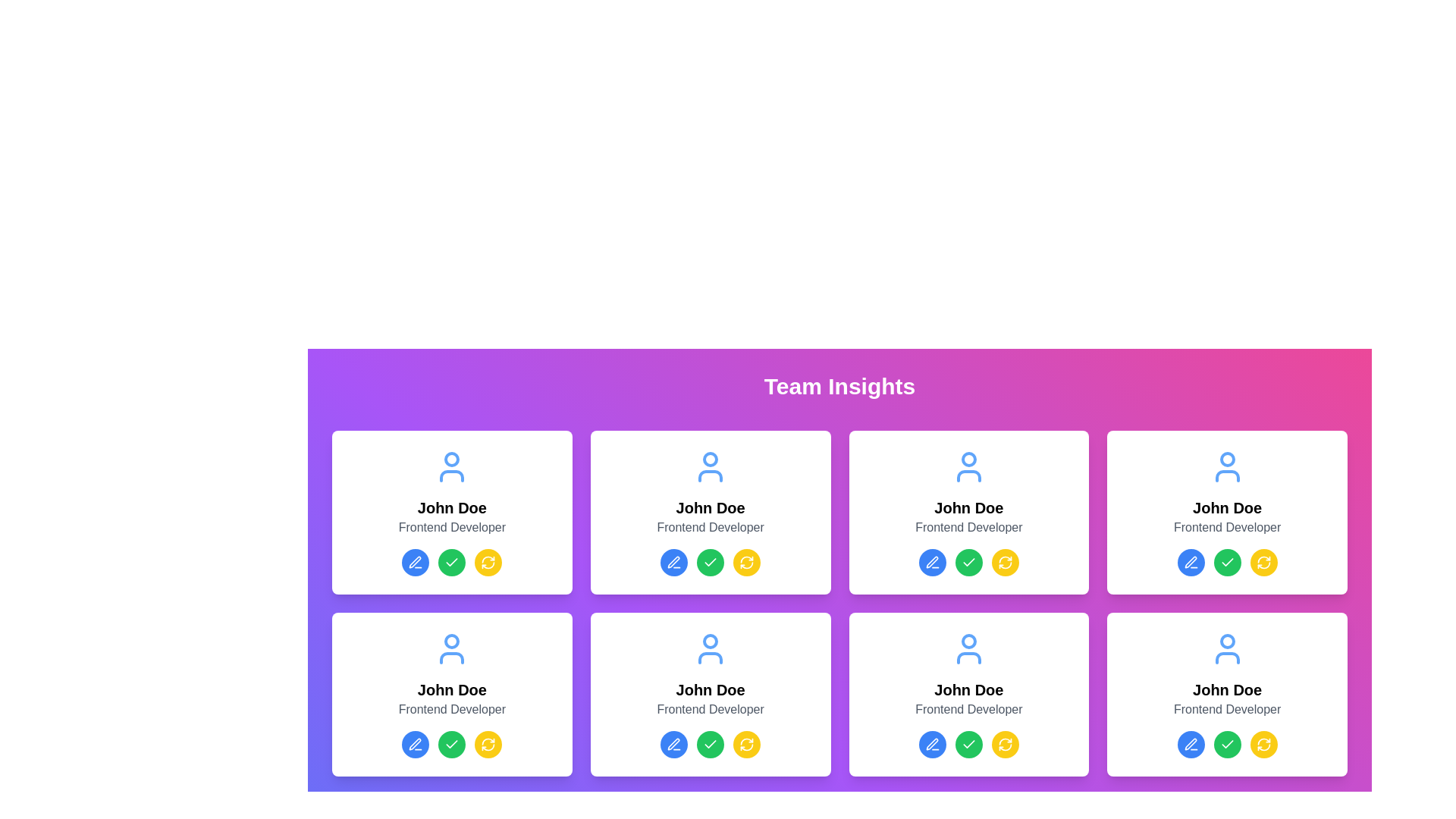  Describe the element at coordinates (1005, 560) in the screenshot. I see `the curved line forming part of a refresh icon within the top-right section of the user card component` at that location.